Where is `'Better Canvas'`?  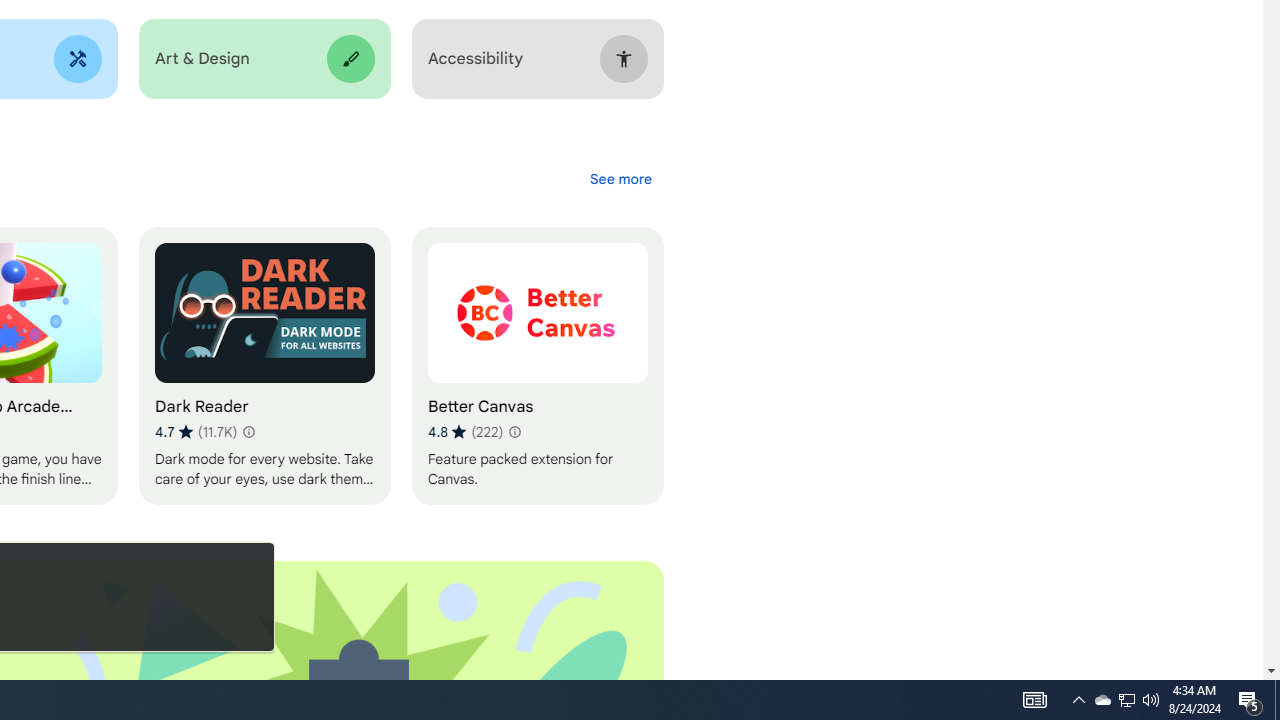 'Better Canvas' is located at coordinates (537, 366).